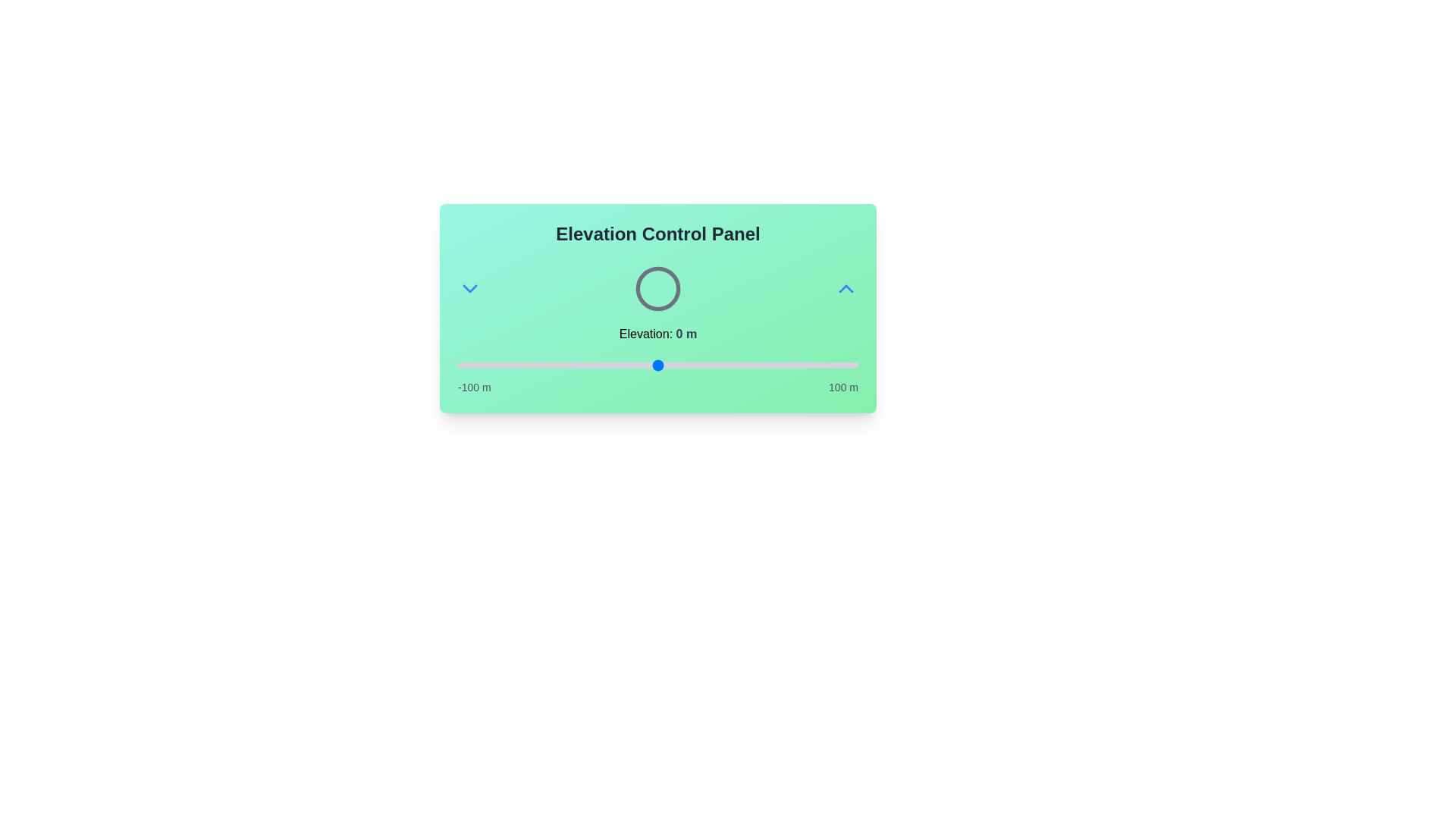  Describe the element at coordinates (786, 366) in the screenshot. I see `the elevation to 64 meters using the slider` at that location.